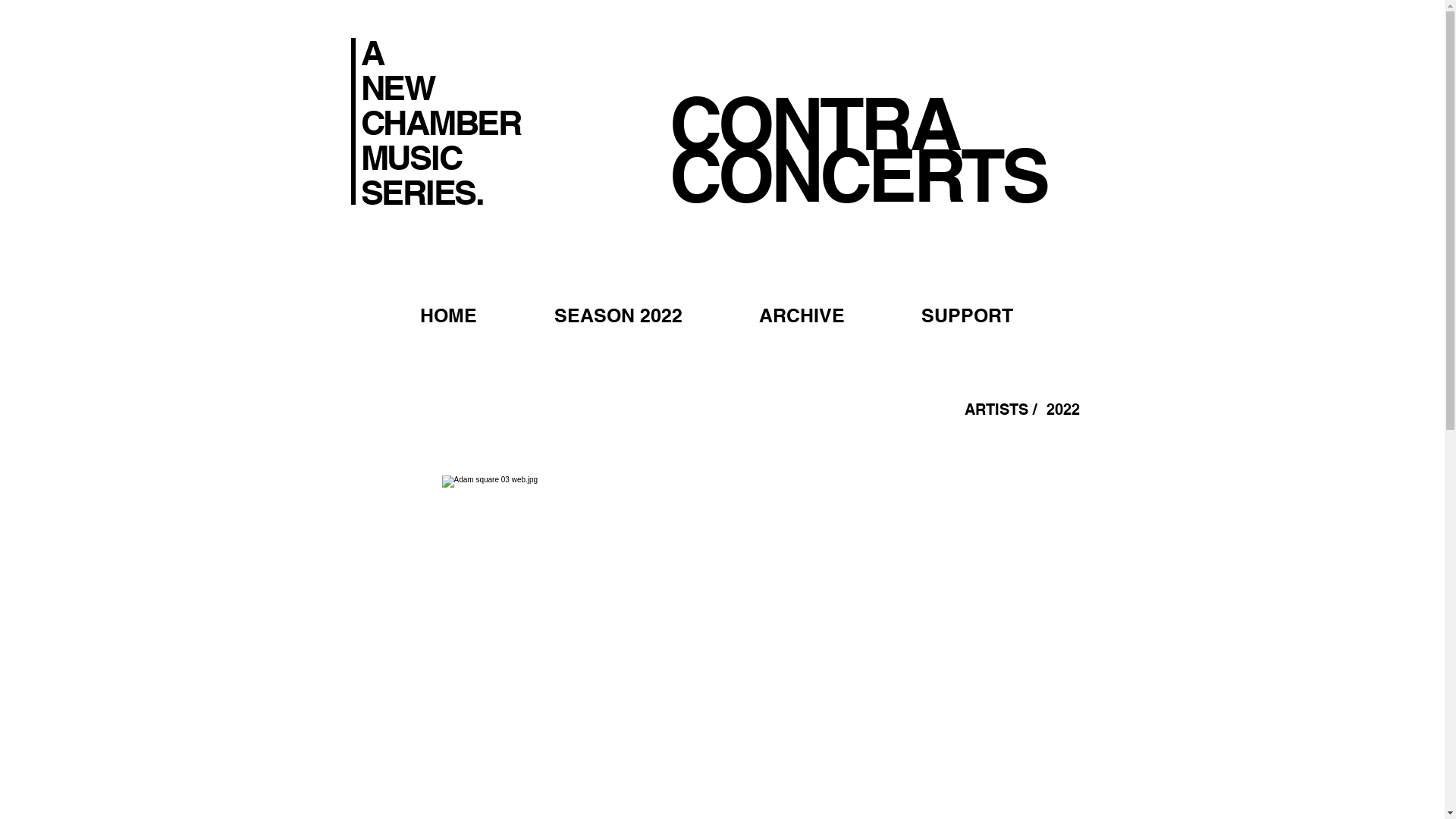  I want to click on 'HOME', so click(381, 315).